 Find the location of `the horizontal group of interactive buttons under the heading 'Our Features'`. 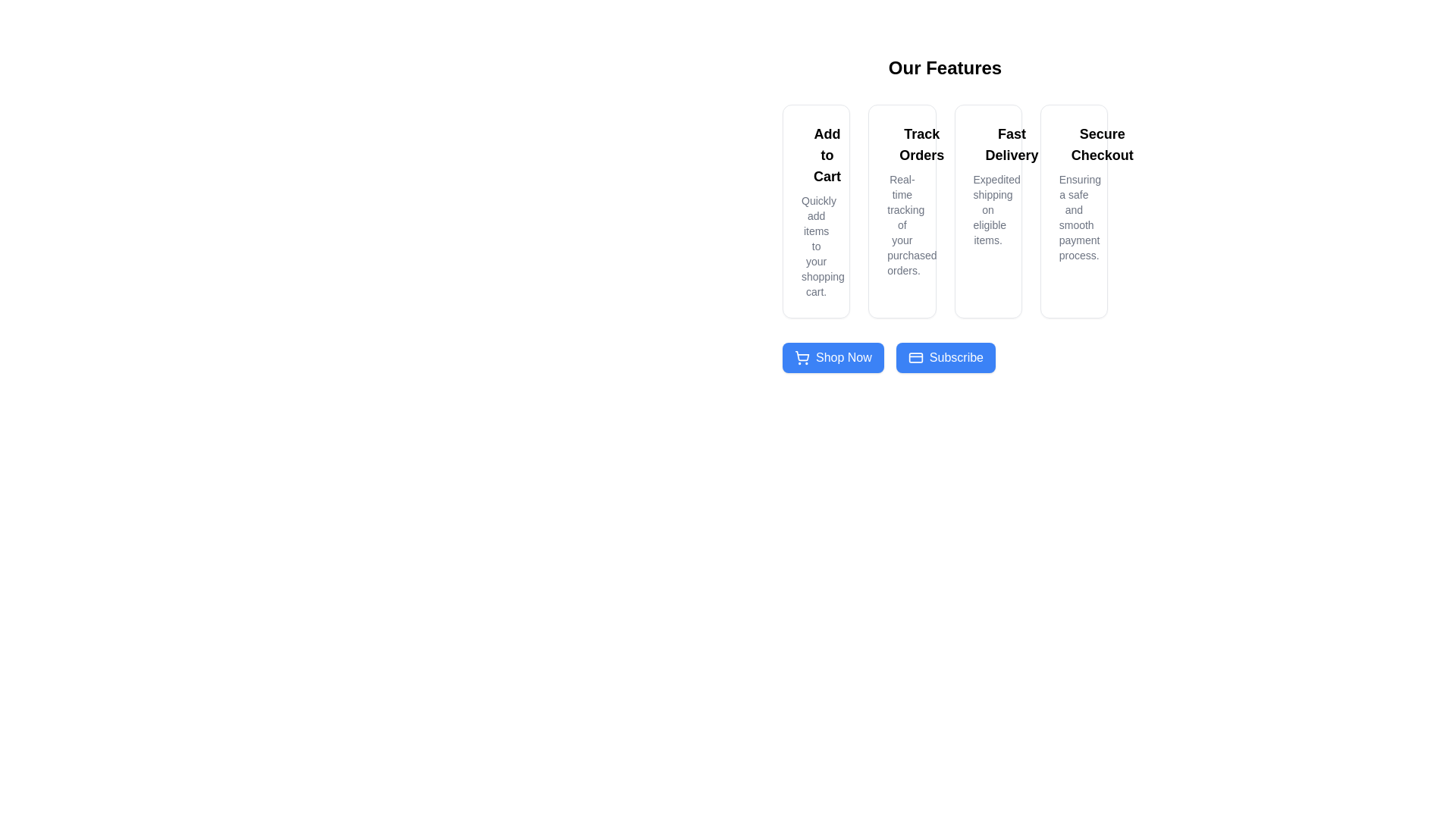

the horizontal group of interactive buttons under the heading 'Our Features' is located at coordinates (944, 357).